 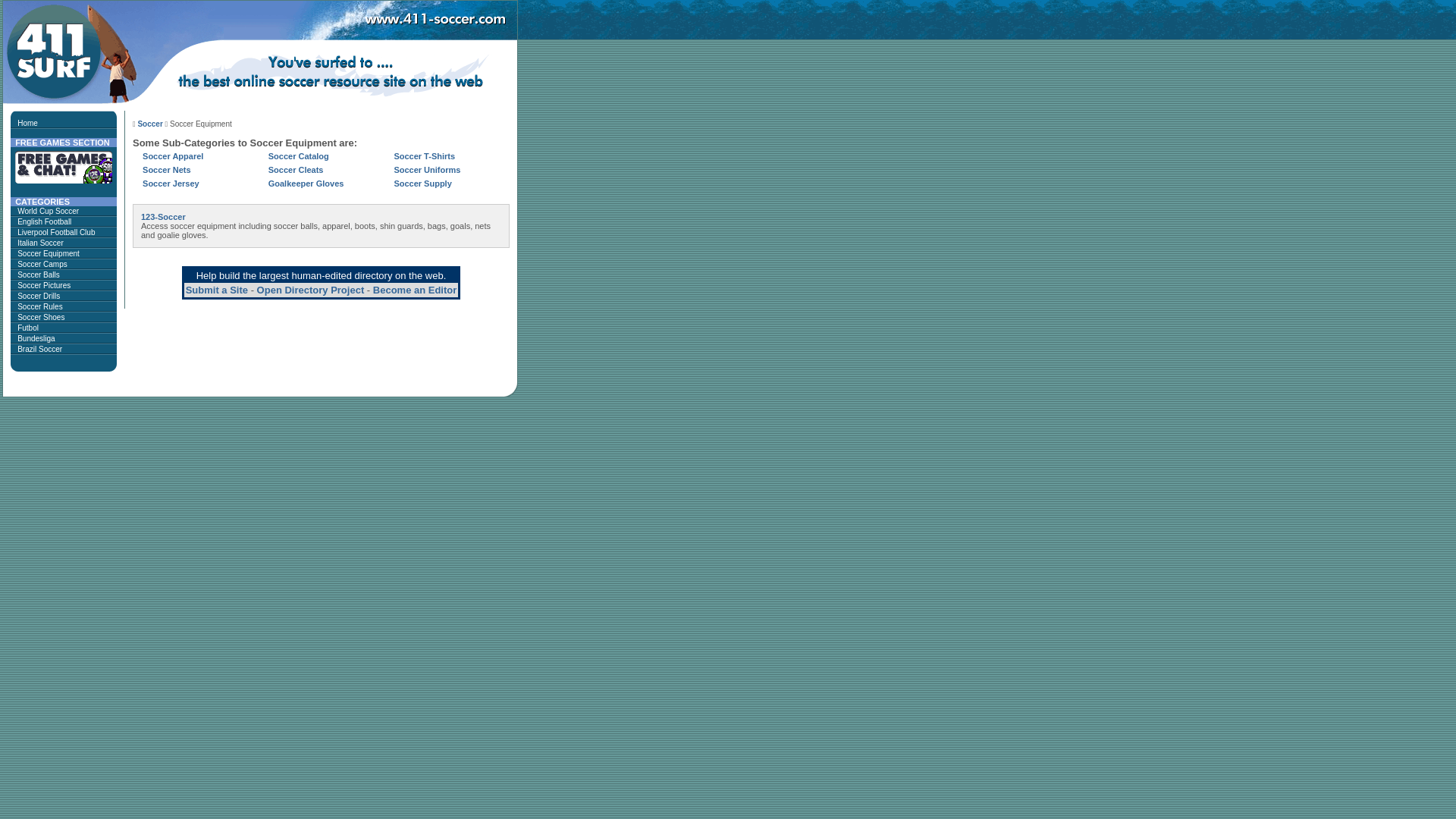 What do you see at coordinates (171, 183) in the screenshot?
I see `'Soccer Jersey'` at bounding box center [171, 183].